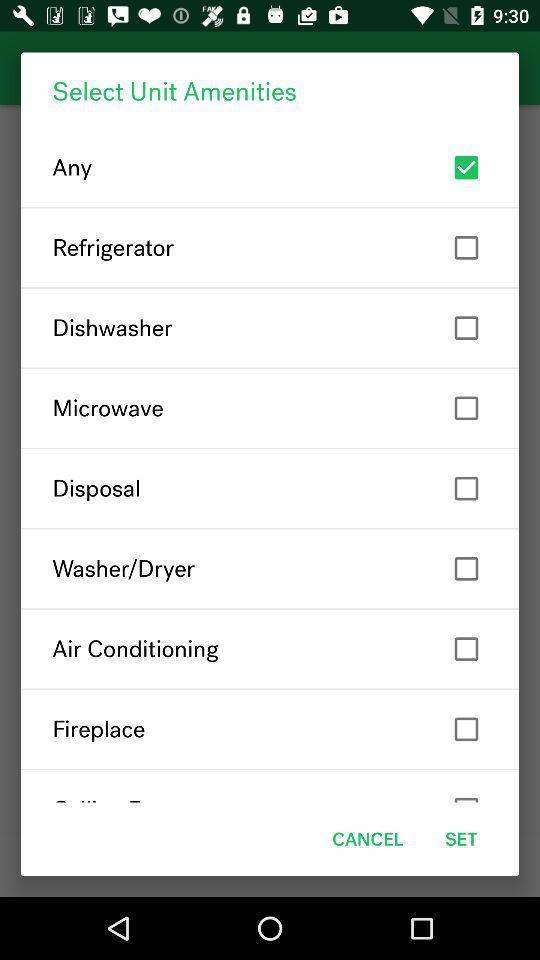 The width and height of the screenshot is (540, 960). What do you see at coordinates (270, 328) in the screenshot?
I see `item above microwave item` at bounding box center [270, 328].